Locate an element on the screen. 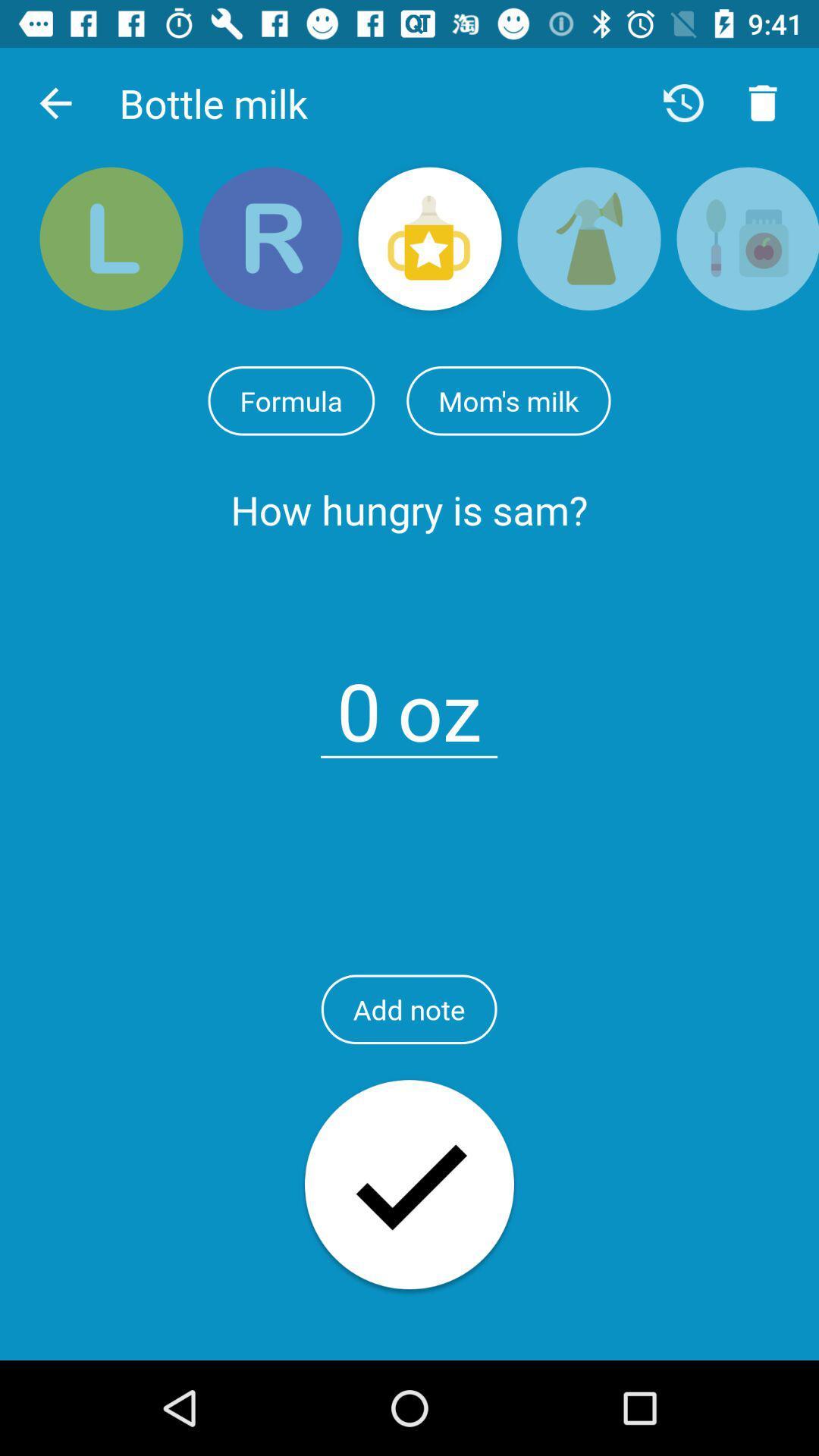 The width and height of the screenshot is (819, 1456). item above the how hungry is is located at coordinates (508, 400).